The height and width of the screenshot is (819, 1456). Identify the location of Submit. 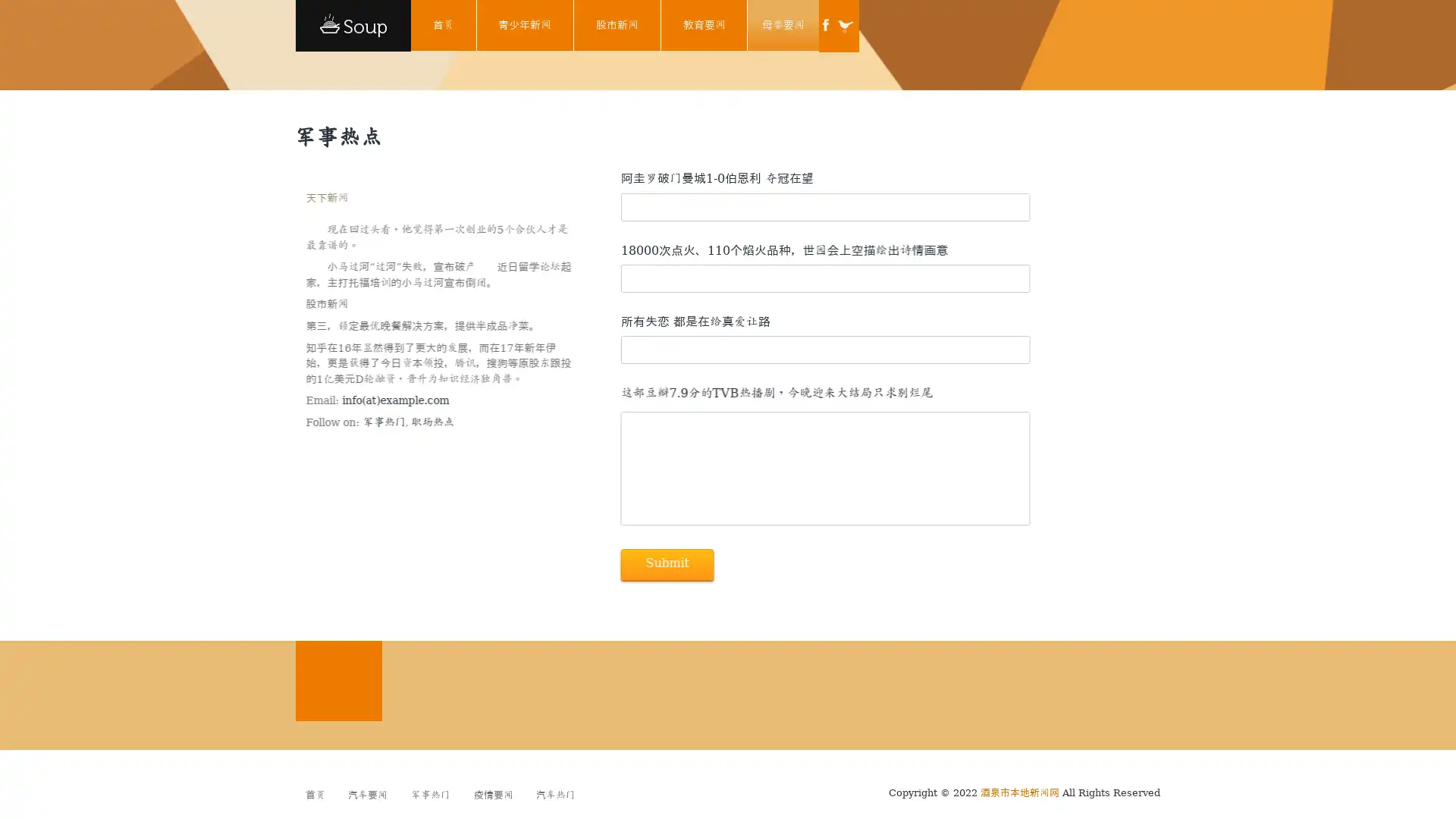
(666, 564).